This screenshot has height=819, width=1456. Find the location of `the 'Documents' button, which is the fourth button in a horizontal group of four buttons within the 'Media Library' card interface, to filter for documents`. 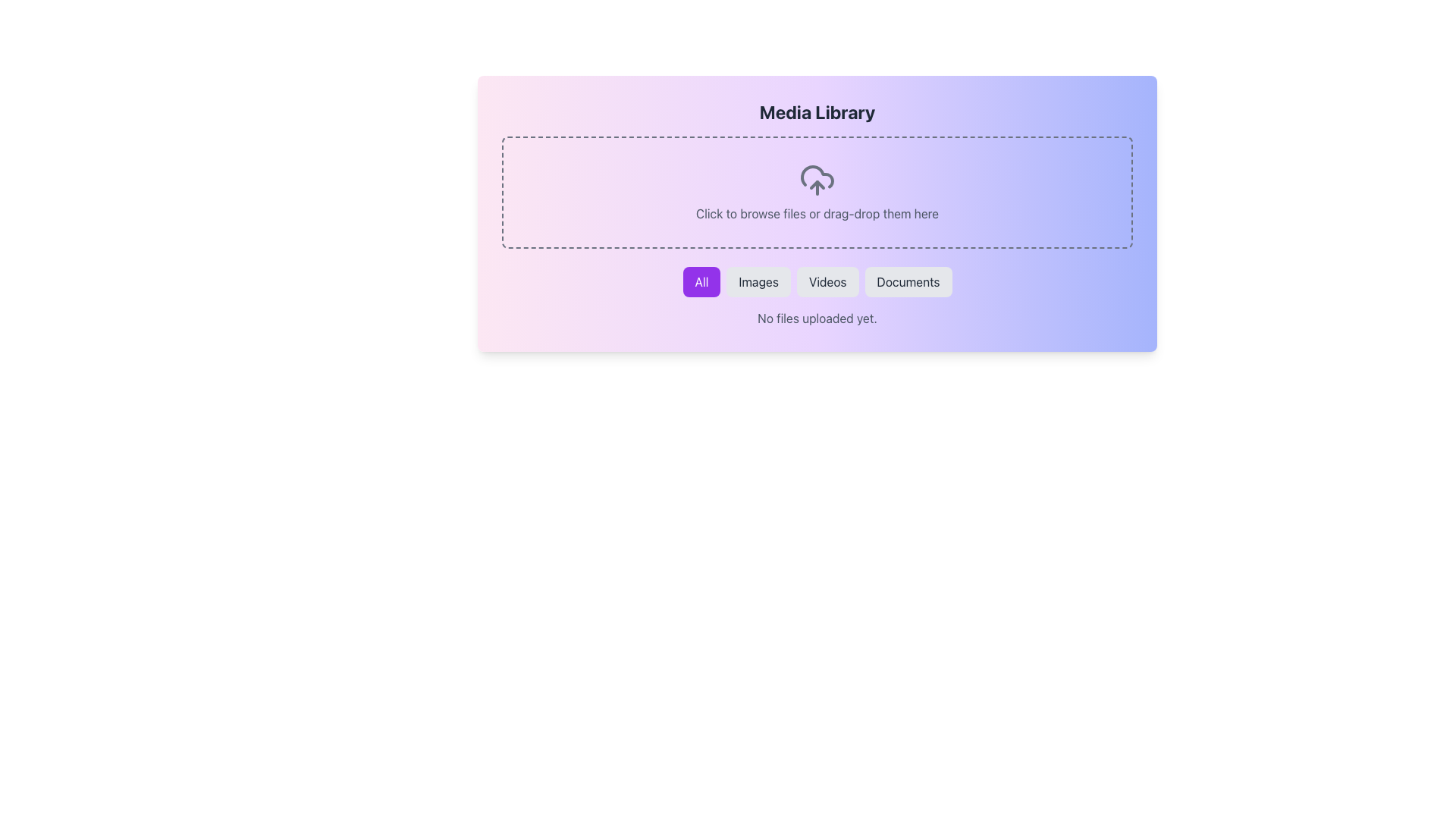

the 'Documents' button, which is the fourth button in a horizontal group of four buttons within the 'Media Library' card interface, to filter for documents is located at coordinates (908, 281).